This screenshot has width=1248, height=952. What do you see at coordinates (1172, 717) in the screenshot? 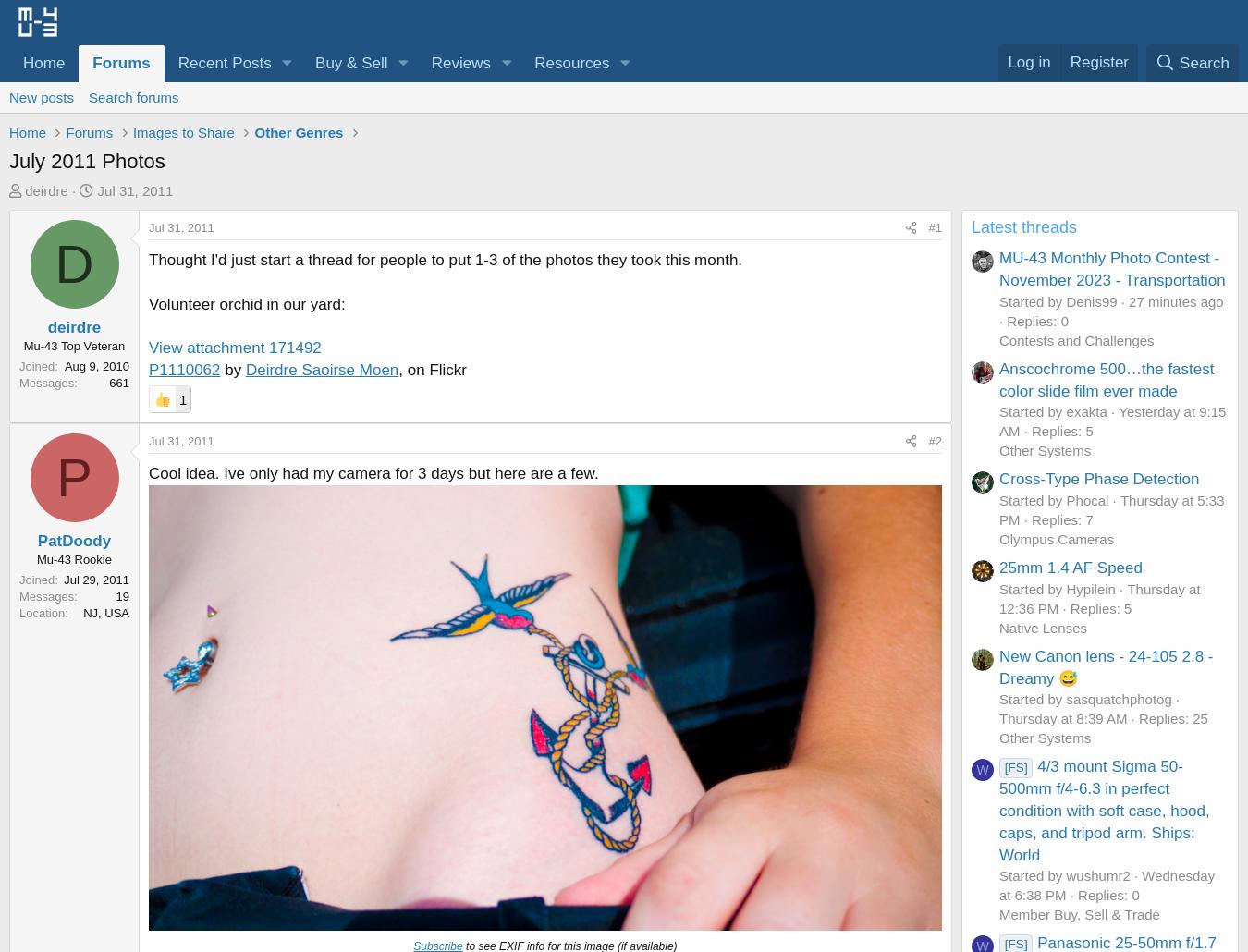
I see `'Replies: 25'` at bounding box center [1172, 717].